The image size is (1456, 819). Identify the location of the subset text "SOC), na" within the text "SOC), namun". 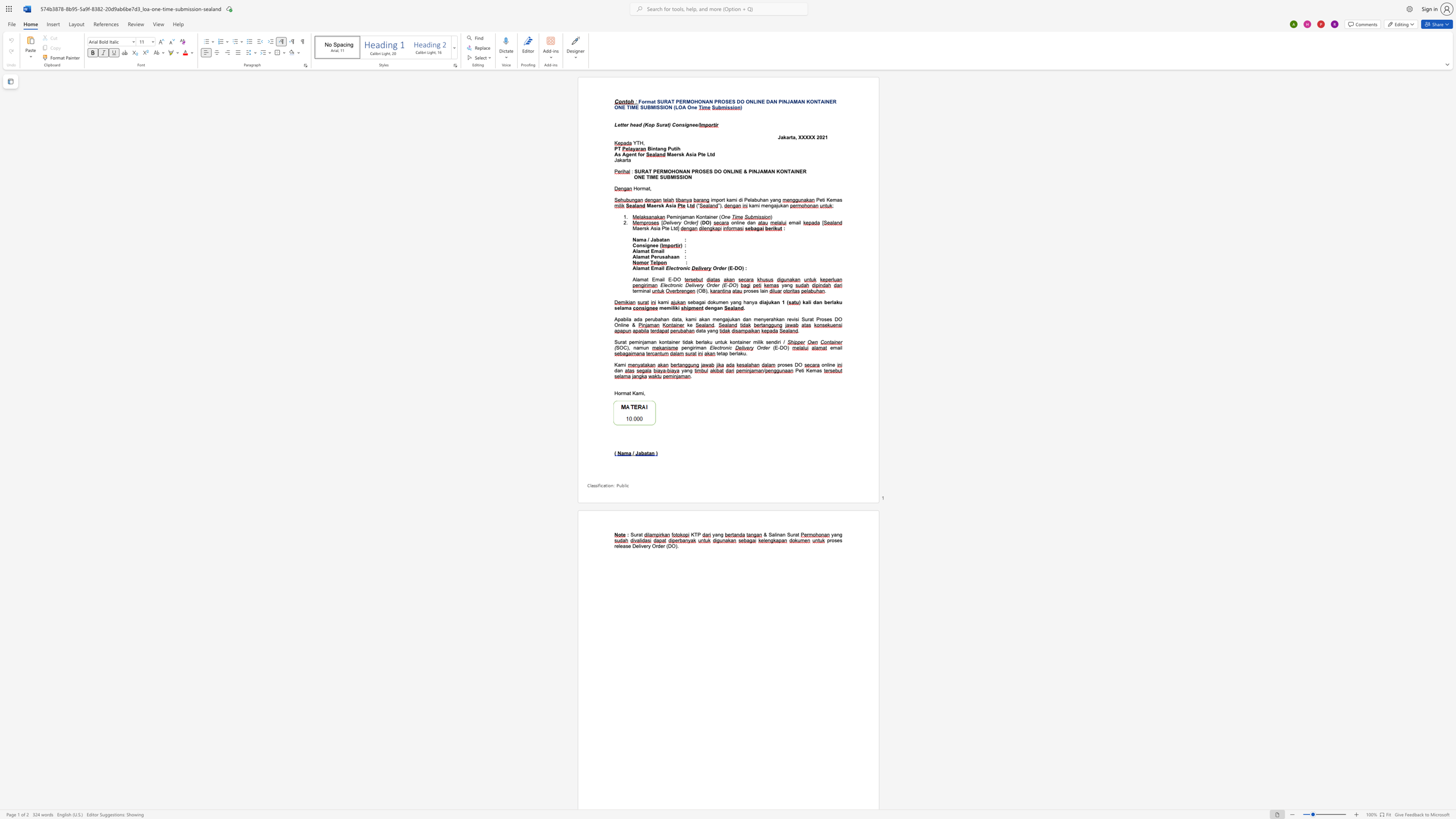
(616, 347).